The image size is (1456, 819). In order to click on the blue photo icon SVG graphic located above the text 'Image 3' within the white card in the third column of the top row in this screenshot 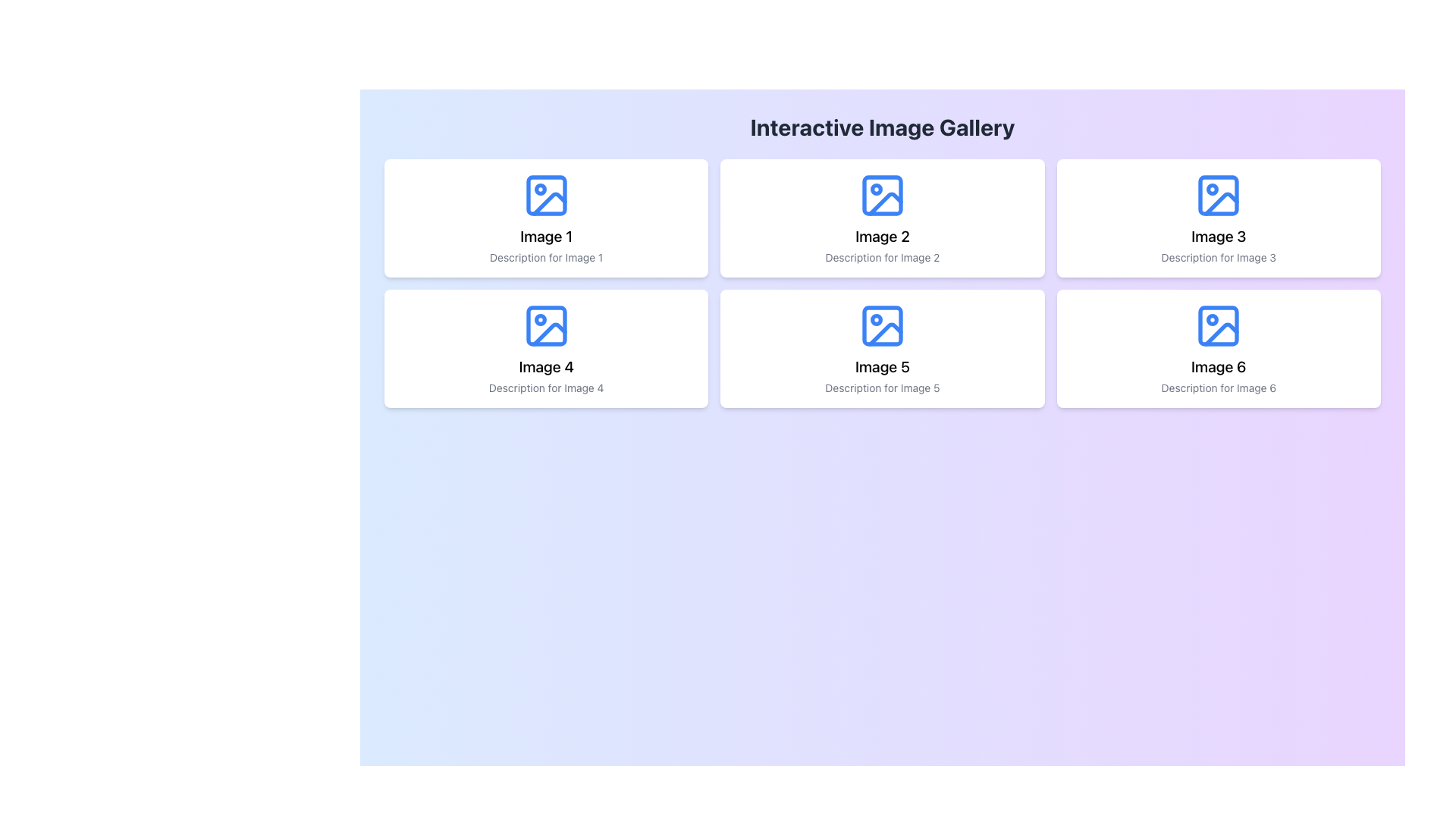, I will do `click(1219, 195)`.